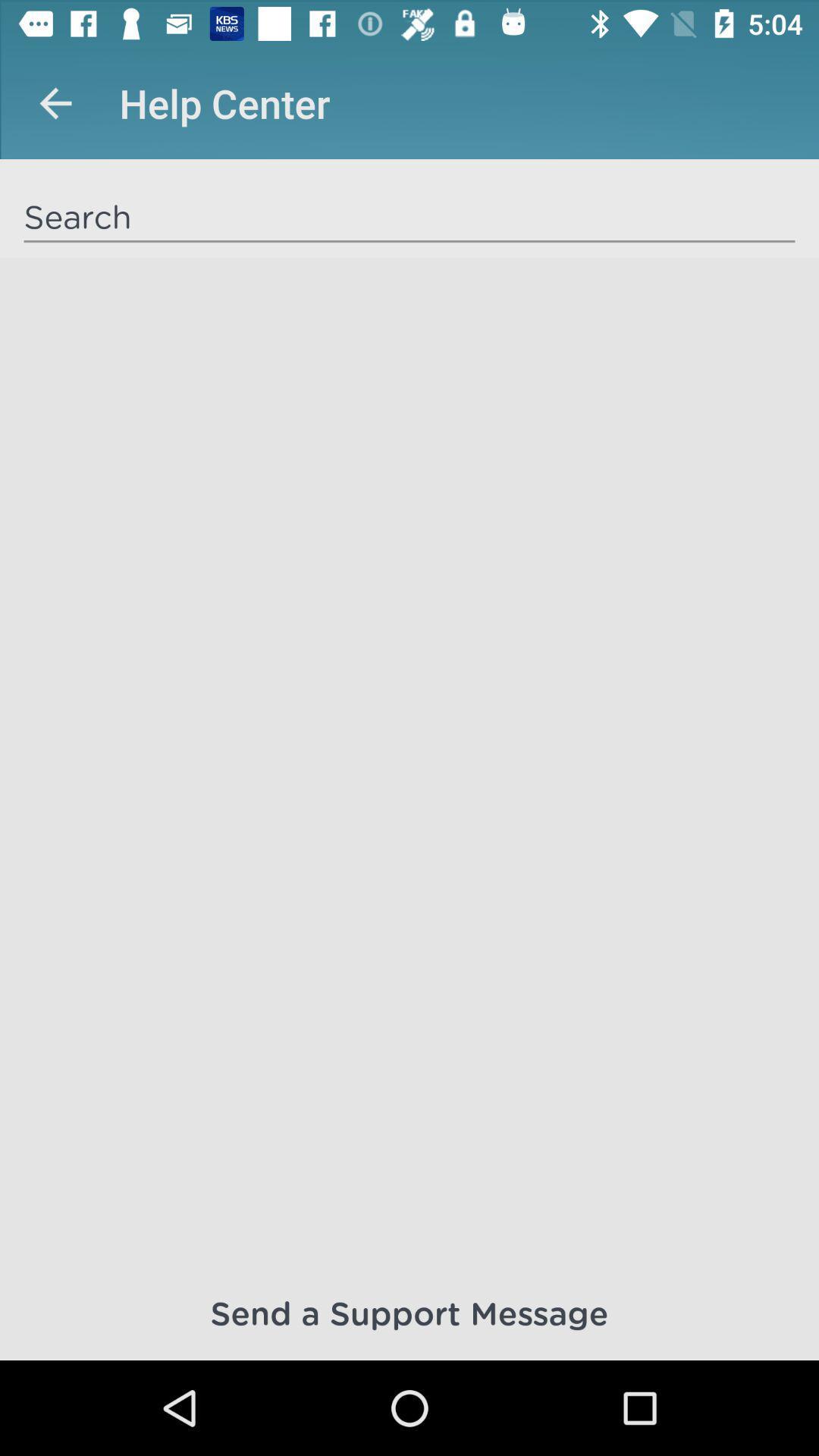  What do you see at coordinates (55, 102) in the screenshot?
I see `app to the left of help center icon` at bounding box center [55, 102].